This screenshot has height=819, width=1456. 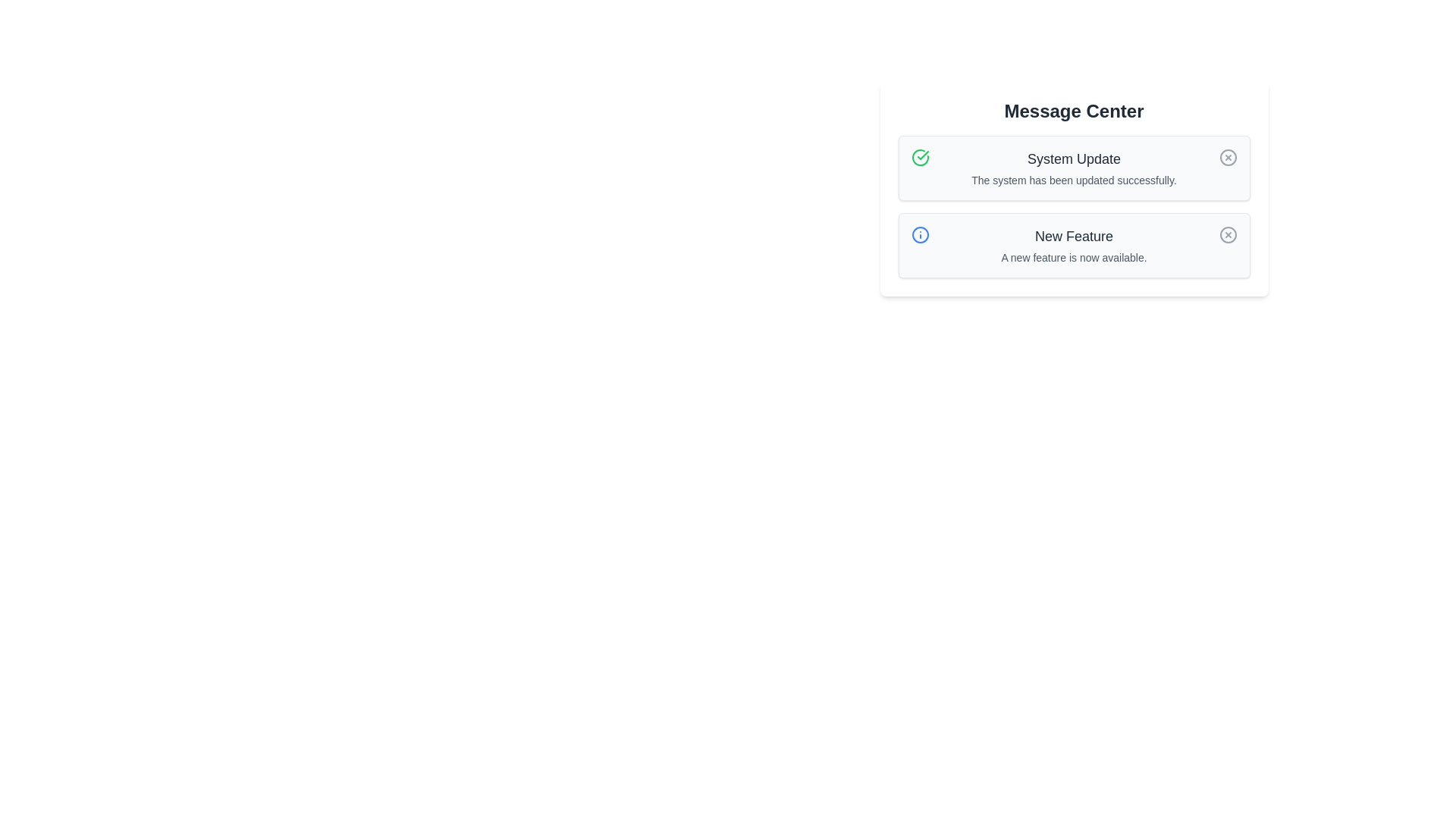 I want to click on the Circle graphical element located in the upper notification row of the 'Message Center' panel, which is aligned to the right of the 'System Update' text, so click(x=1228, y=158).